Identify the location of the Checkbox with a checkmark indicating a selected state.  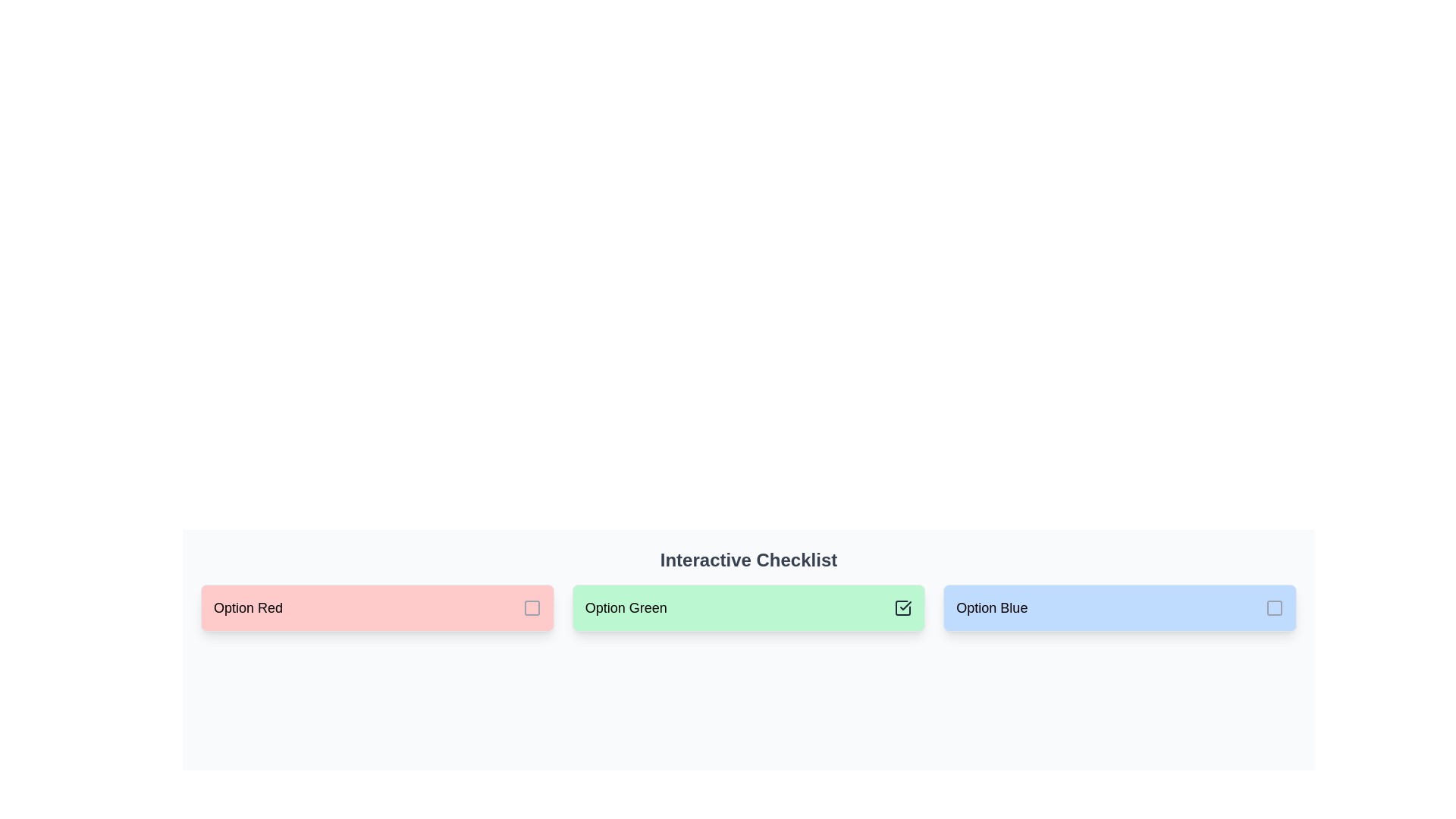
(903, 607).